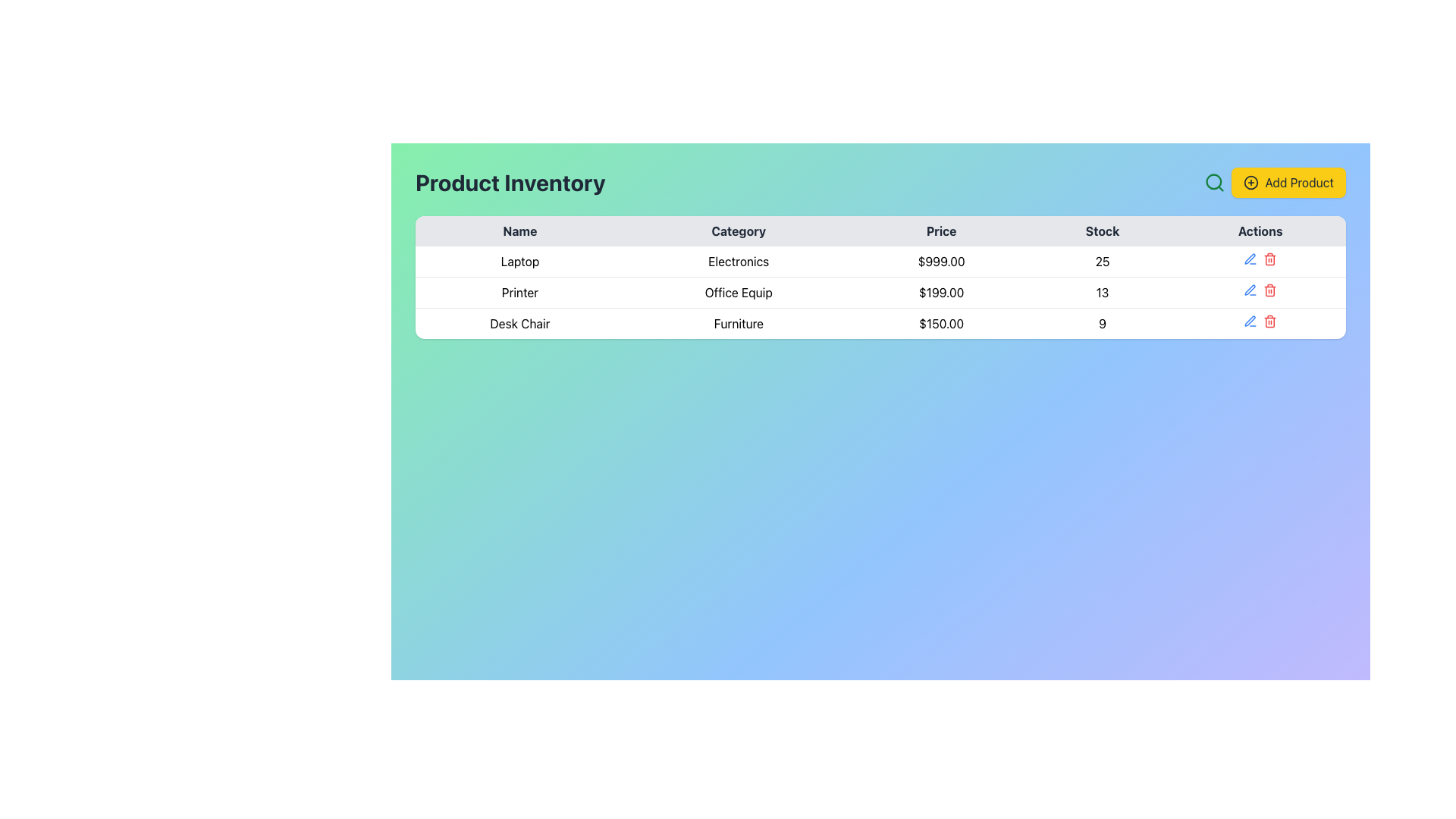 The width and height of the screenshot is (1456, 819). Describe the element at coordinates (739, 322) in the screenshot. I see `the 'Furniture' text label in the third row of the table under the 'Category' column, which is located between 'Desk Chair' and '$150.00'` at that location.